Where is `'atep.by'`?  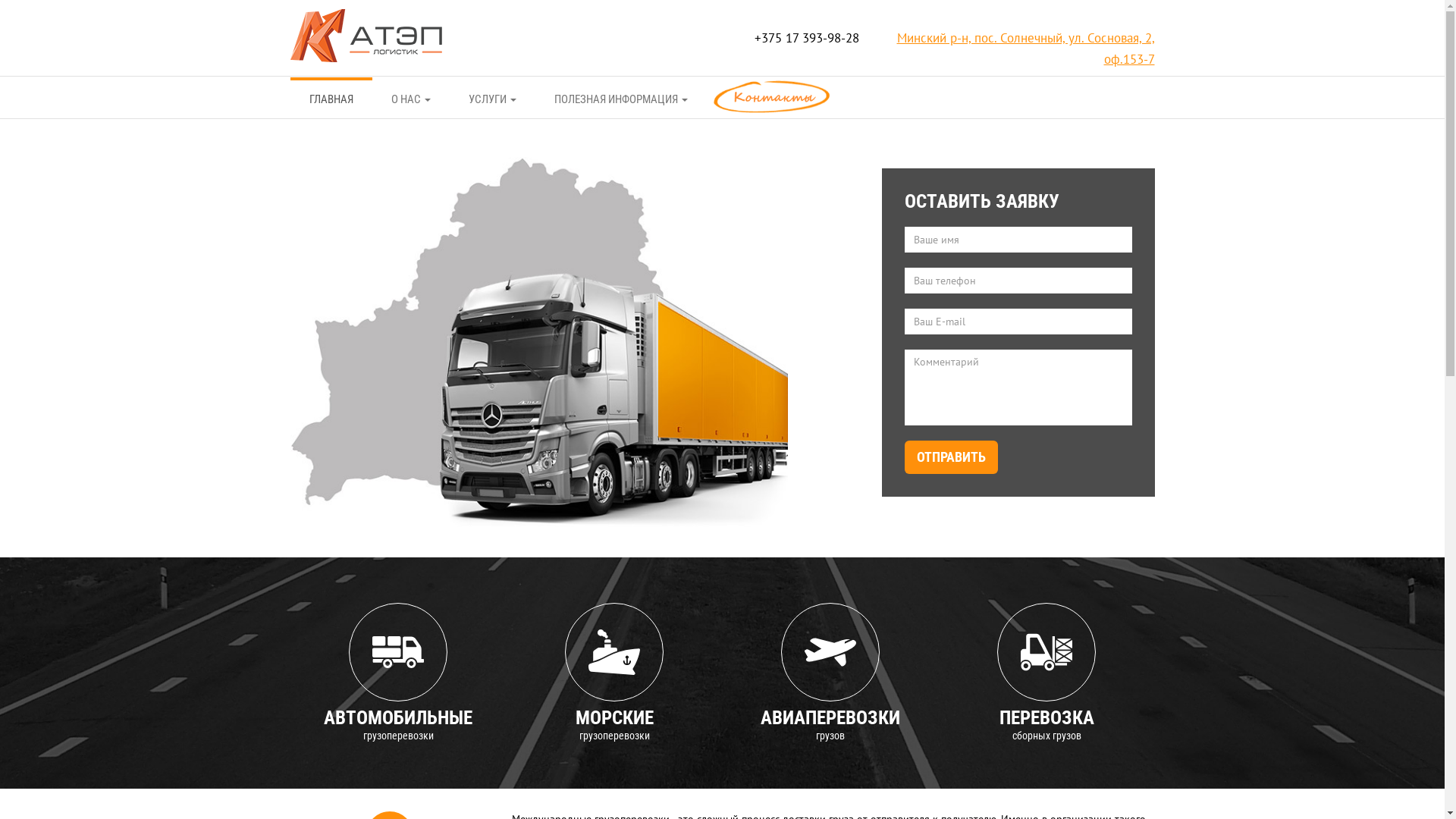
'atep.by' is located at coordinates (365, 33).